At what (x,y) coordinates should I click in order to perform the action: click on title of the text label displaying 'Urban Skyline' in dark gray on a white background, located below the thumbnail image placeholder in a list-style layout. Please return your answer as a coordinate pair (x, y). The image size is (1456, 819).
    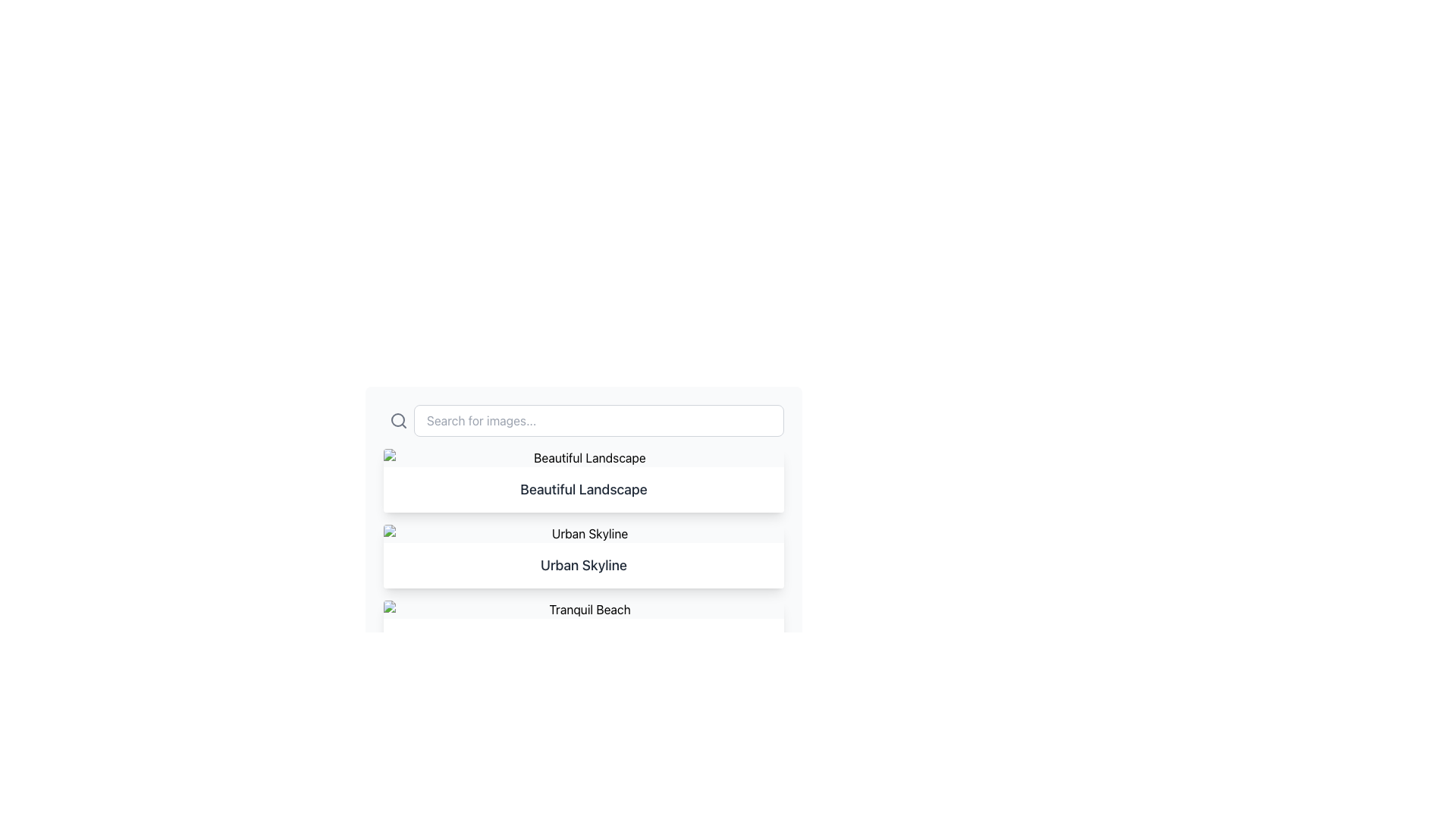
    Looking at the image, I should click on (582, 565).